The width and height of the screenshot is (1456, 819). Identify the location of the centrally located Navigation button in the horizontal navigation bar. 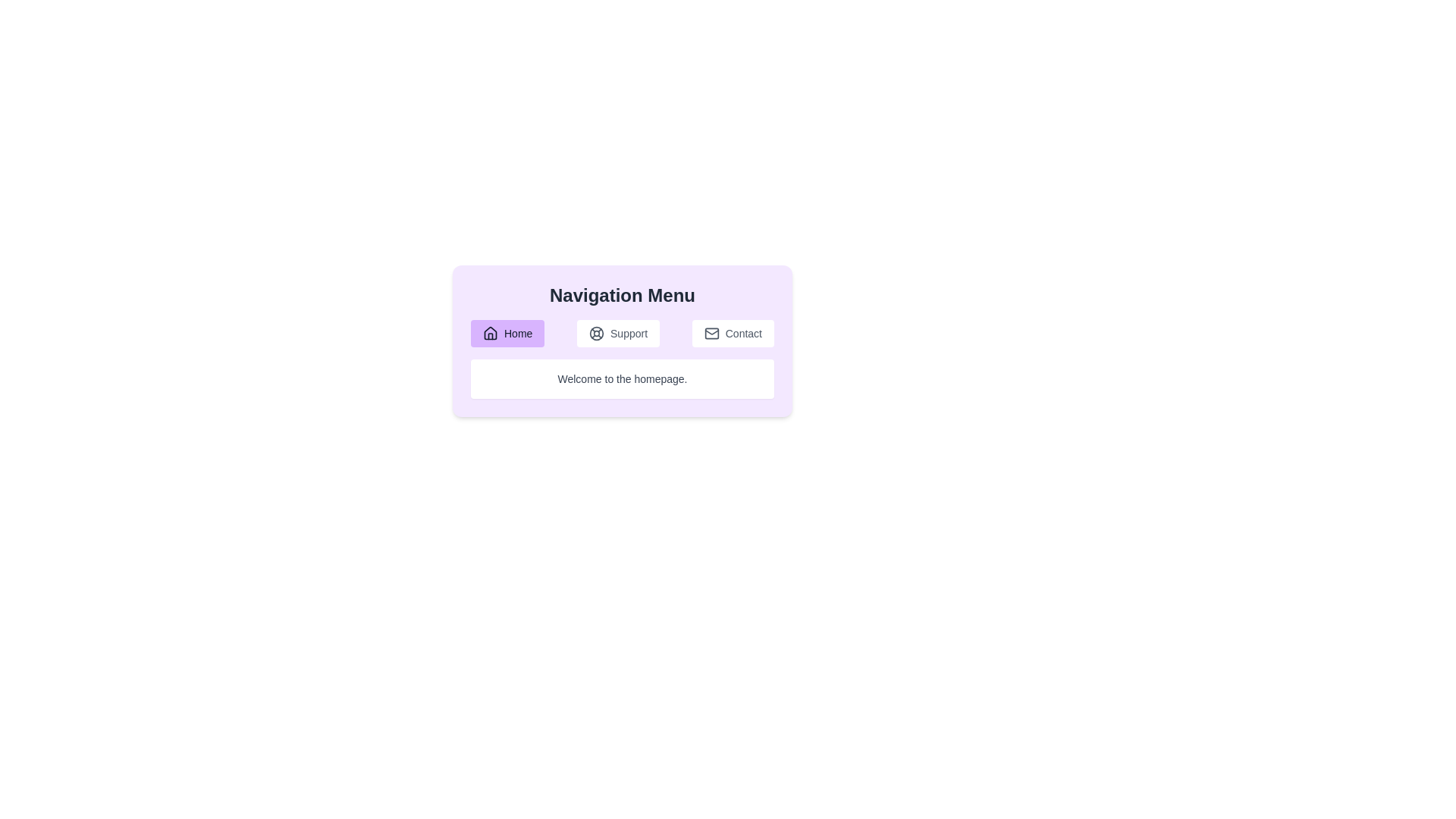
(618, 332).